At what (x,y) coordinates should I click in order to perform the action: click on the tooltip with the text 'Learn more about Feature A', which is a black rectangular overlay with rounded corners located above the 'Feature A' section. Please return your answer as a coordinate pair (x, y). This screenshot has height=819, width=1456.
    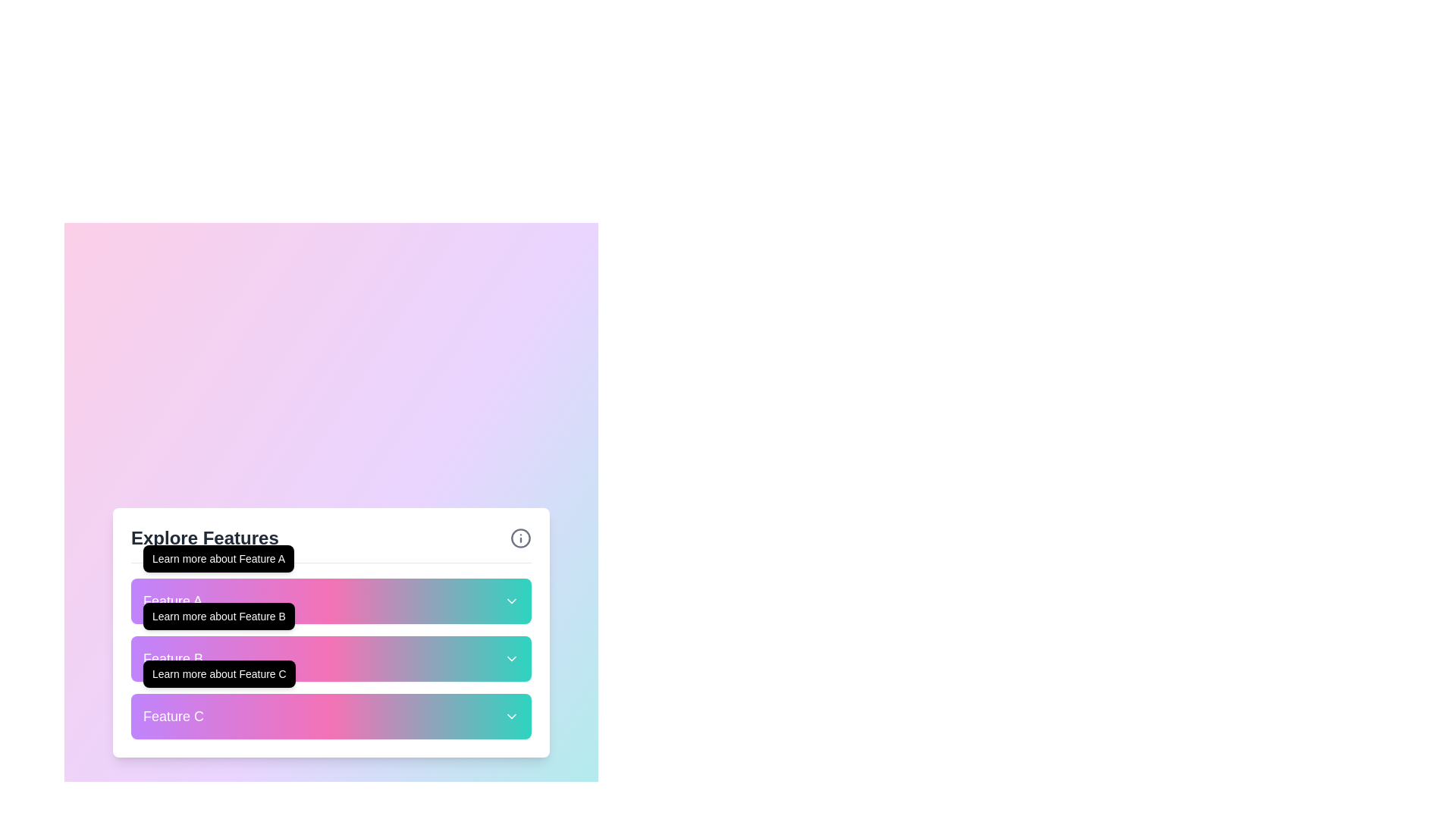
    Looking at the image, I should click on (218, 558).